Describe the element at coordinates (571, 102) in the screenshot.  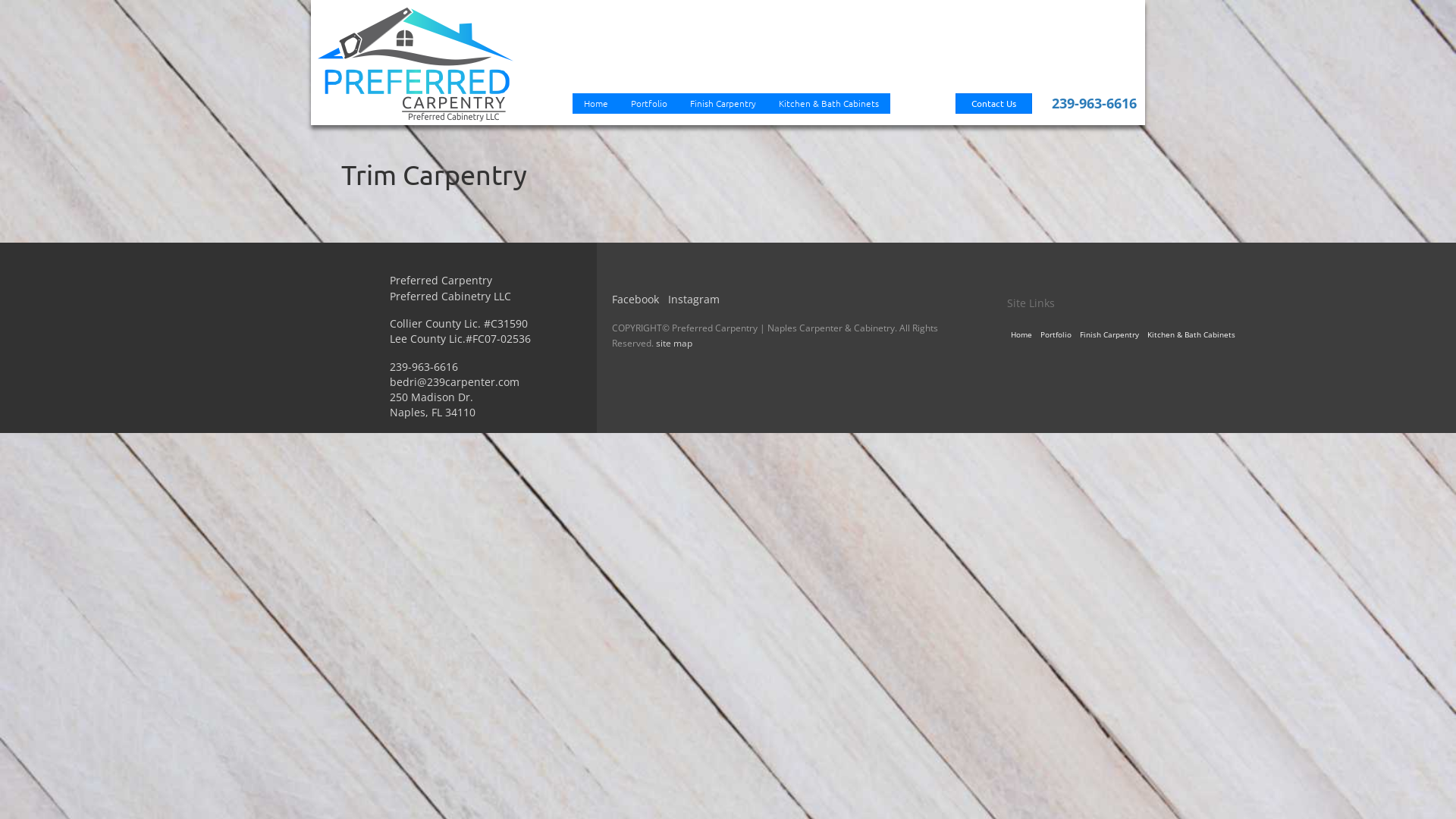
I see `'Home'` at that location.